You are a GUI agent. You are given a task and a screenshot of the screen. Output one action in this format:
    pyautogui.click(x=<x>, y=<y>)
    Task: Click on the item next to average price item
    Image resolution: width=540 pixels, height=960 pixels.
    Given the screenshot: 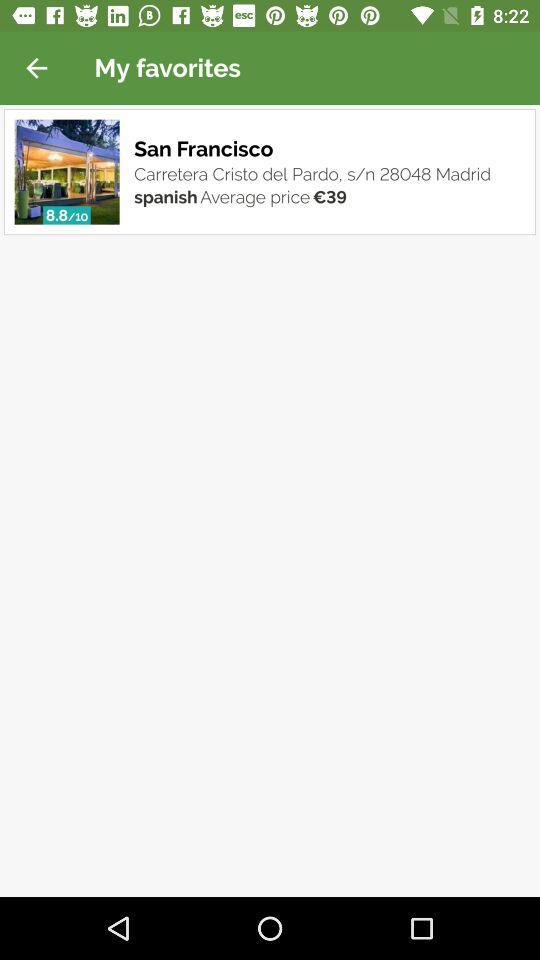 What is the action you would take?
    pyautogui.click(x=164, y=195)
    